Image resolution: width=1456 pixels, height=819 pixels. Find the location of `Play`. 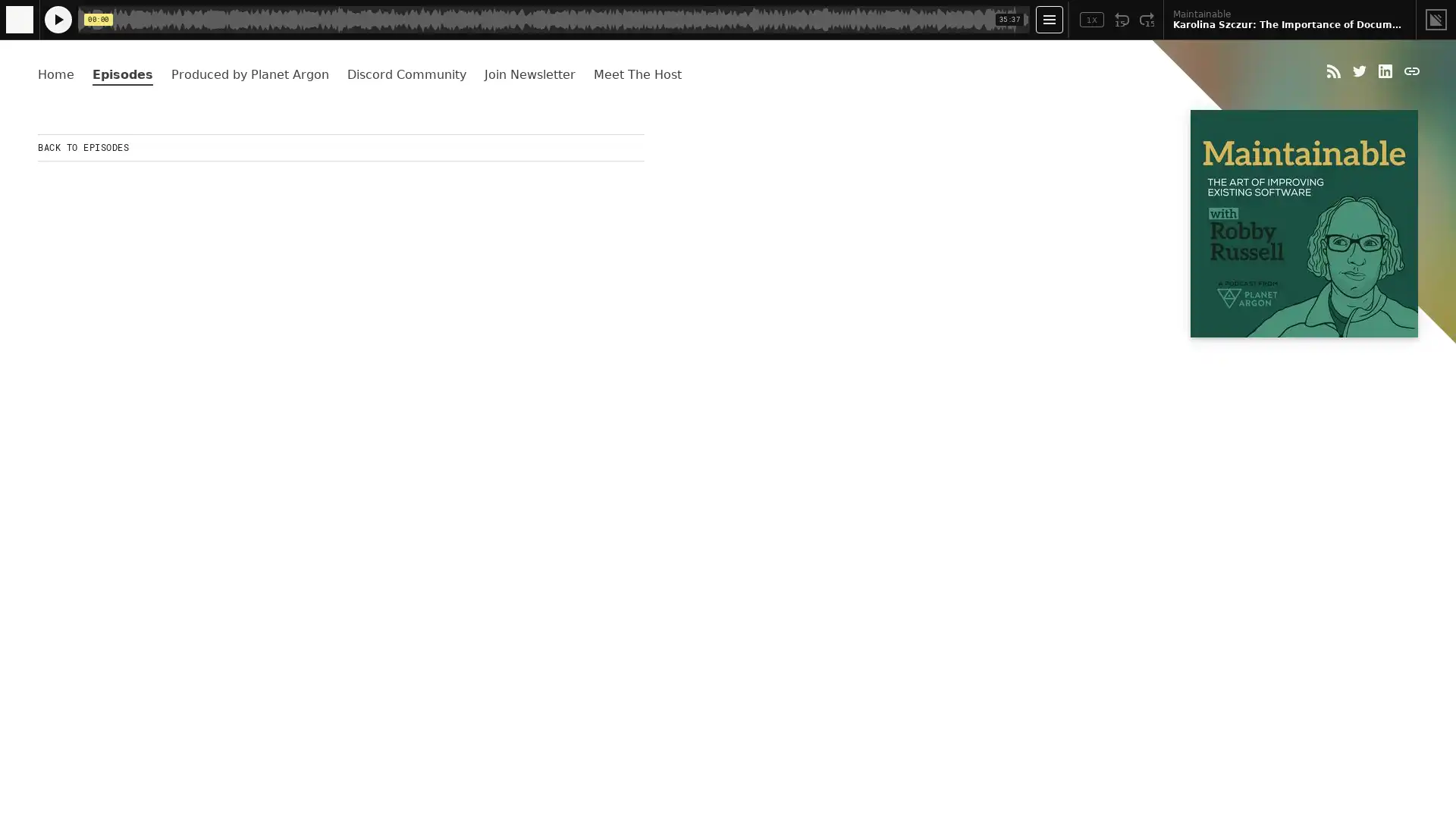

Play is located at coordinates (58, 20).